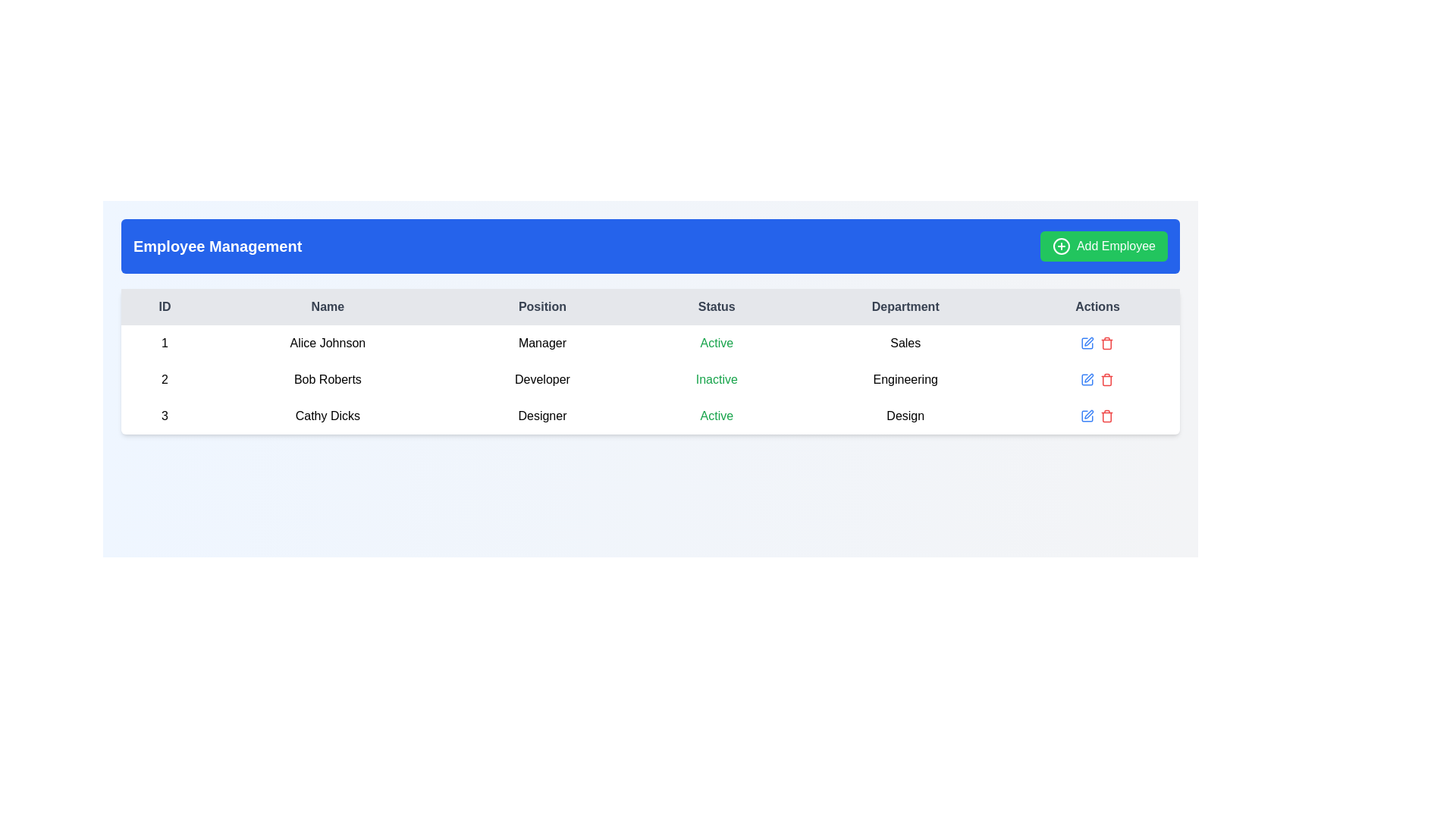 This screenshot has height=819, width=1456. Describe the element at coordinates (217, 245) in the screenshot. I see `the static label 'Employee Management', which is styled in bold, large white font on a blue background, located at the left side of the header bar` at that location.